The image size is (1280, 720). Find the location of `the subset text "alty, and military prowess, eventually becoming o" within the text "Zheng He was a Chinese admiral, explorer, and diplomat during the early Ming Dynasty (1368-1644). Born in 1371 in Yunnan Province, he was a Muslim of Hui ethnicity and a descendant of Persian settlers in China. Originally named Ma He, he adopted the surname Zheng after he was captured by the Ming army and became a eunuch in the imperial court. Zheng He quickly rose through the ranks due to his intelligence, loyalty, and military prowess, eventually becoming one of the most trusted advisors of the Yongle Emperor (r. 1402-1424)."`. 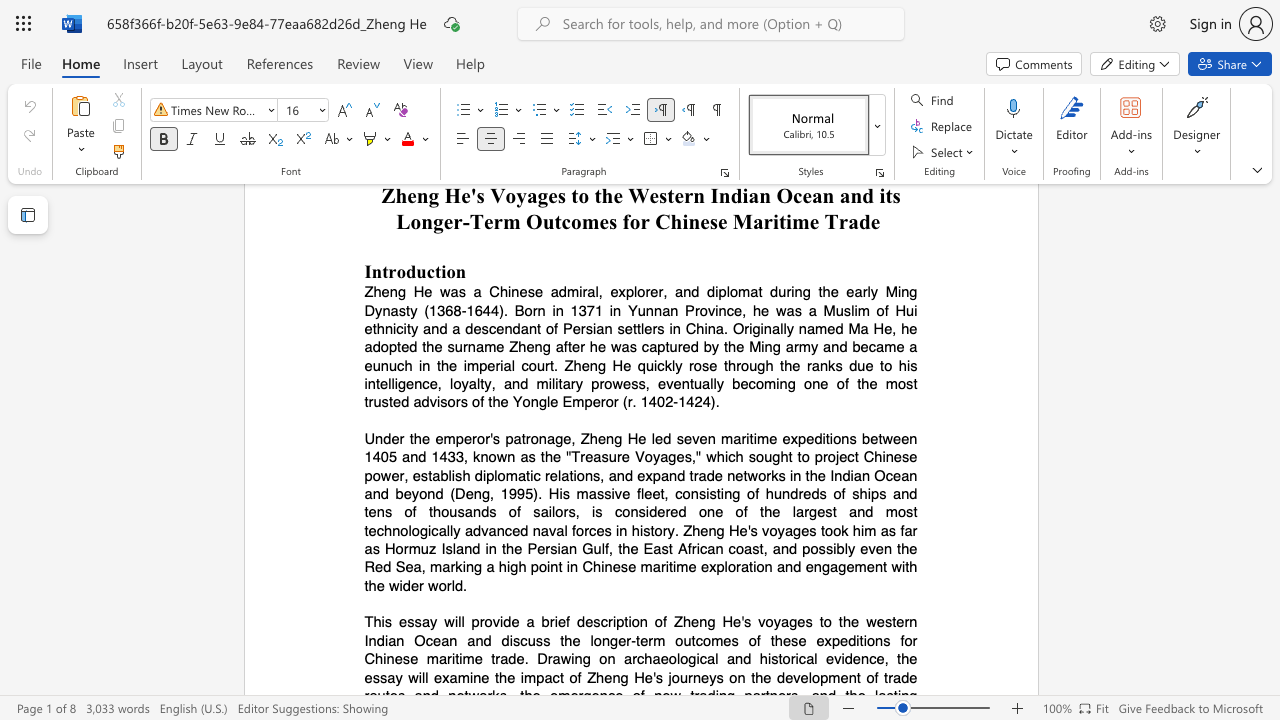

the subset text "alty, and military prowess, eventually becoming o" within the text "Zheng He was a Chinese admiral, explorer, and diplomat during the early Ming Dynasty (1368-1644). Born in 1371 in Yunnan Province, he was a Muslim of Hui ethnicity and a descendant of Persian settlers in China. Originally named Ma He, he adopted the surname Zheng after he was captured by the Ming army and became a eunuch in the imperial court. Zheng He quickly rose through the ranks due to his intelligence, loyalty, and military prowess, eventually becoming one of the most trusted advisors of the Yongle Emperor (r. 1402-1424)." is located at coordinates (467, 383).